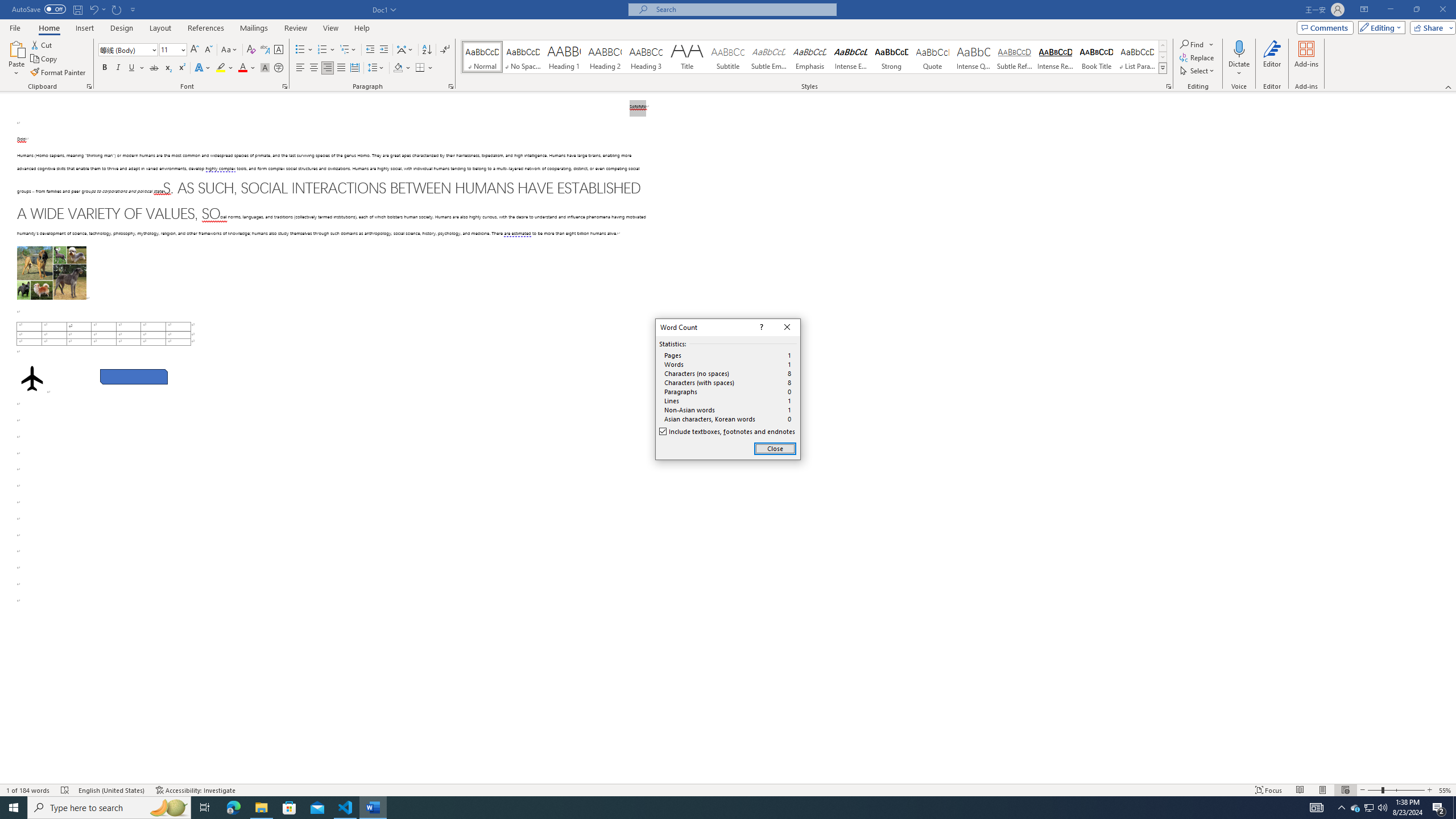  What do you see at coordinates (28, 790) in the screenshot?
I see `'Word Count 1 of 184 words'` at bounding box center [28, 790].